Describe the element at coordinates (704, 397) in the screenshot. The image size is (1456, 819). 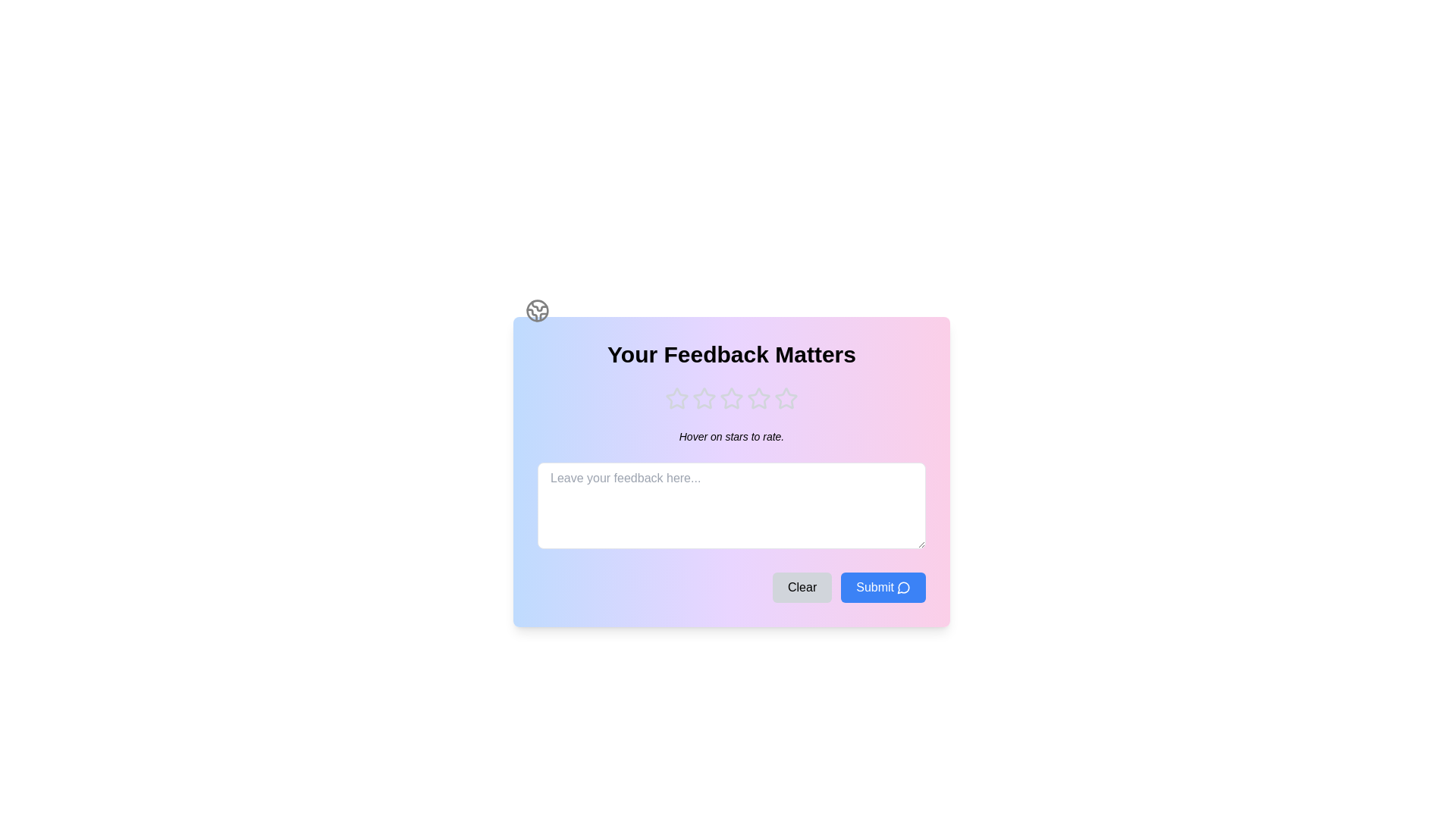
I see `the star rating to 2 by clicking on the respective star` at that location.